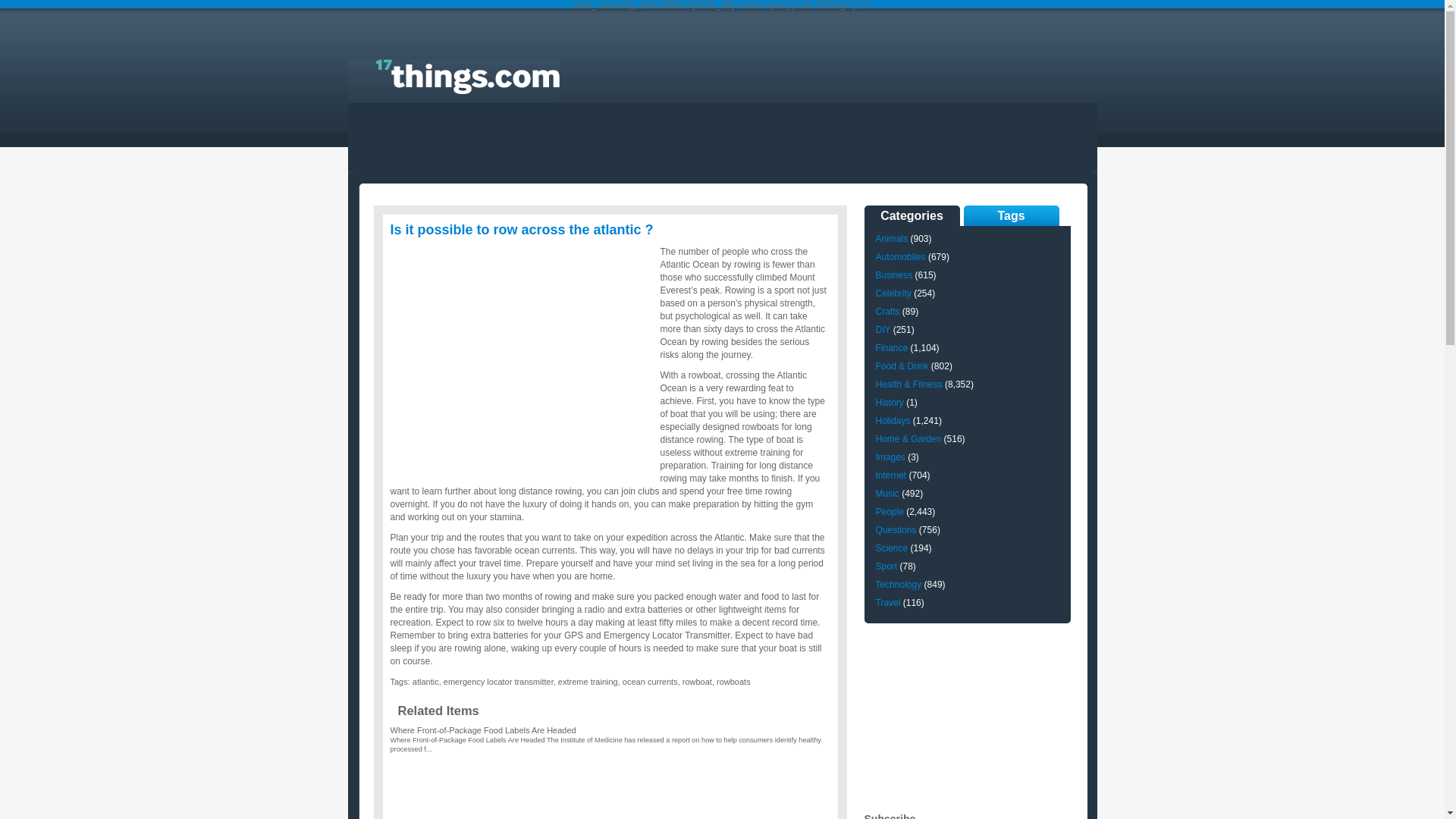  I want to click on 'Tags', so click(1011, 215).